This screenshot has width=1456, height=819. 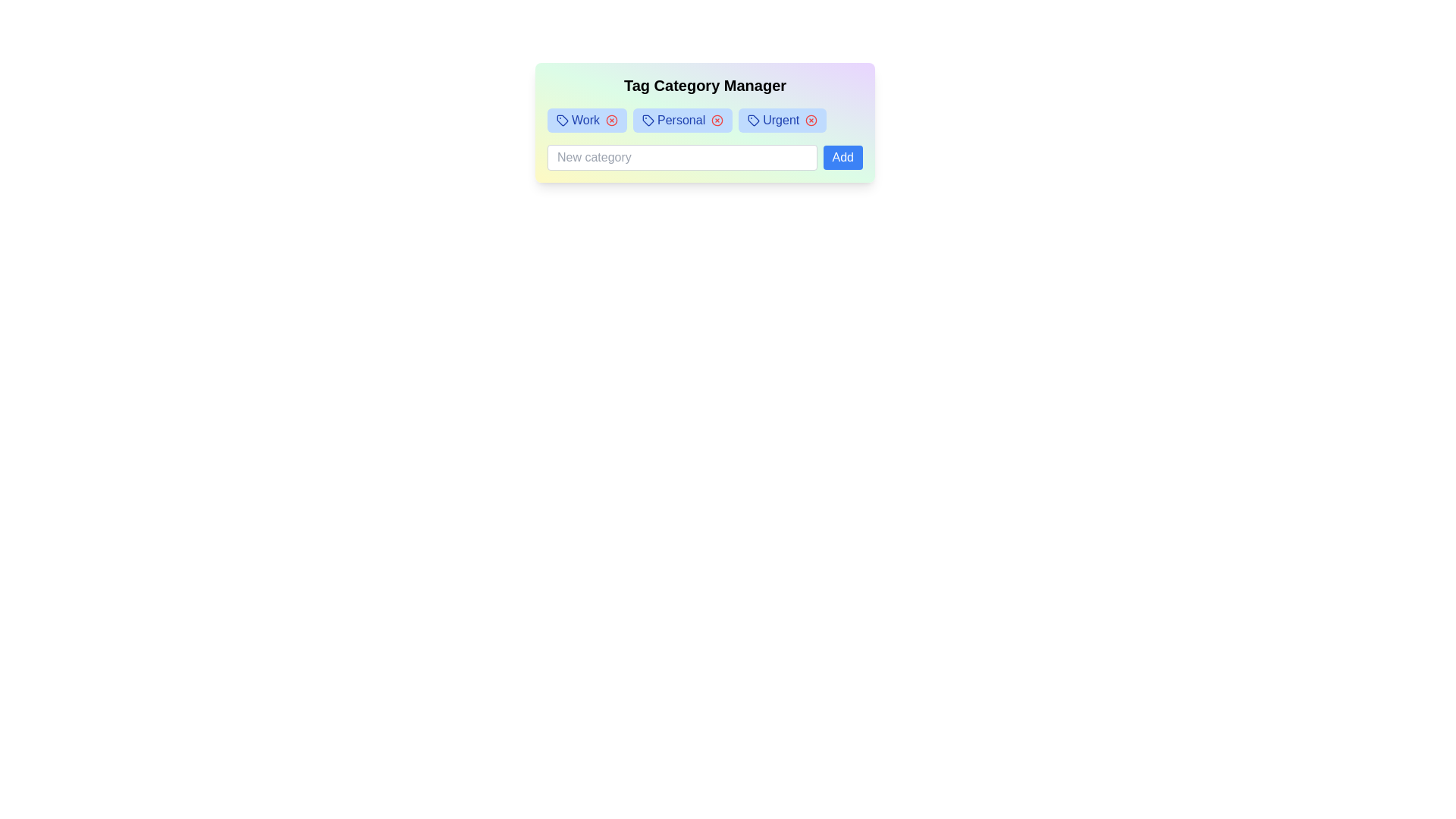 What do you see at coordinates (717, 119) in the screenshot?
I see `the circular icon button located within the 'Personal' tag` at bounding box center [717, 119].